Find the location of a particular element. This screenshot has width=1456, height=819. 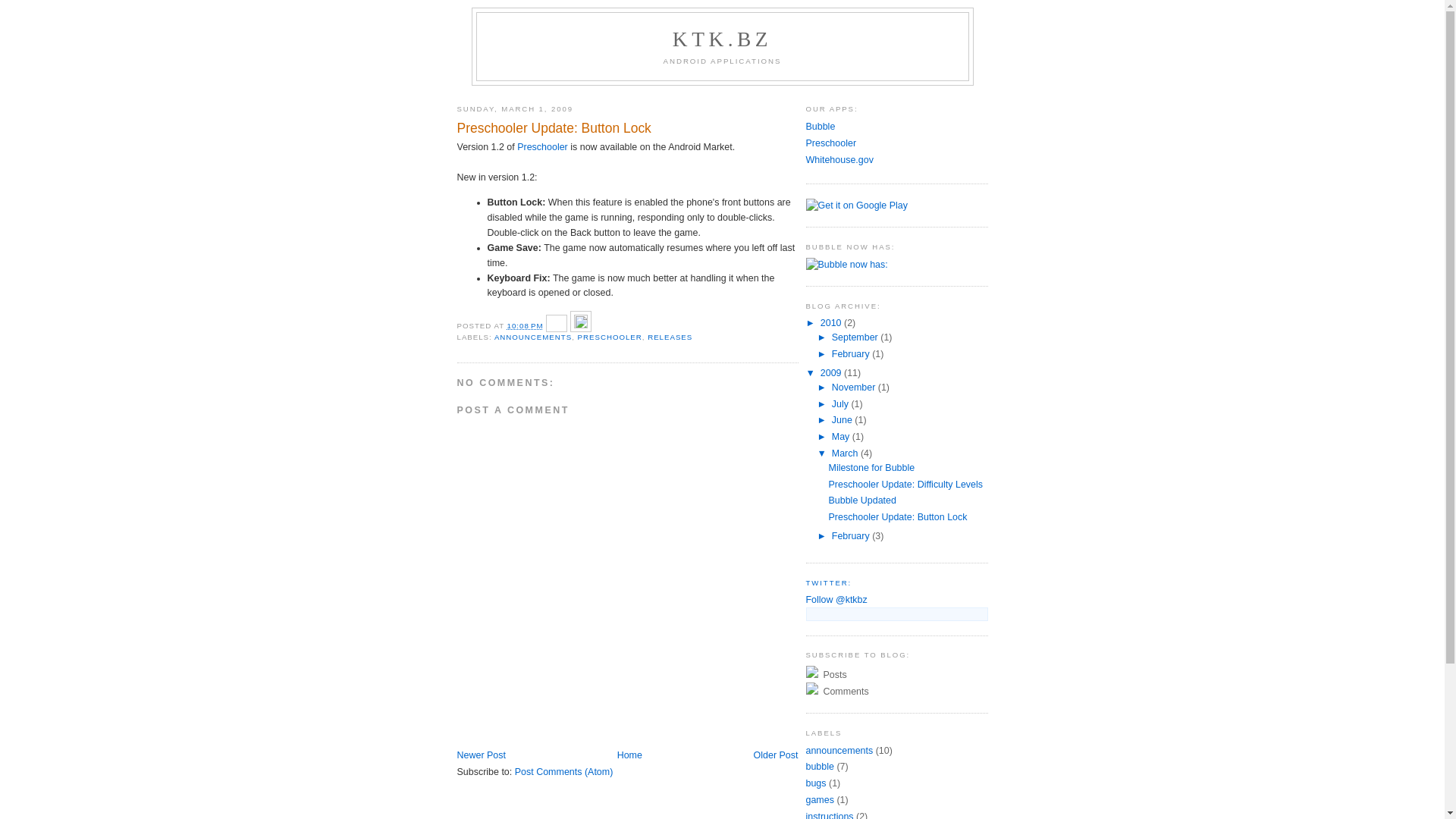

'Comments' is located at coordinates (896, 690).